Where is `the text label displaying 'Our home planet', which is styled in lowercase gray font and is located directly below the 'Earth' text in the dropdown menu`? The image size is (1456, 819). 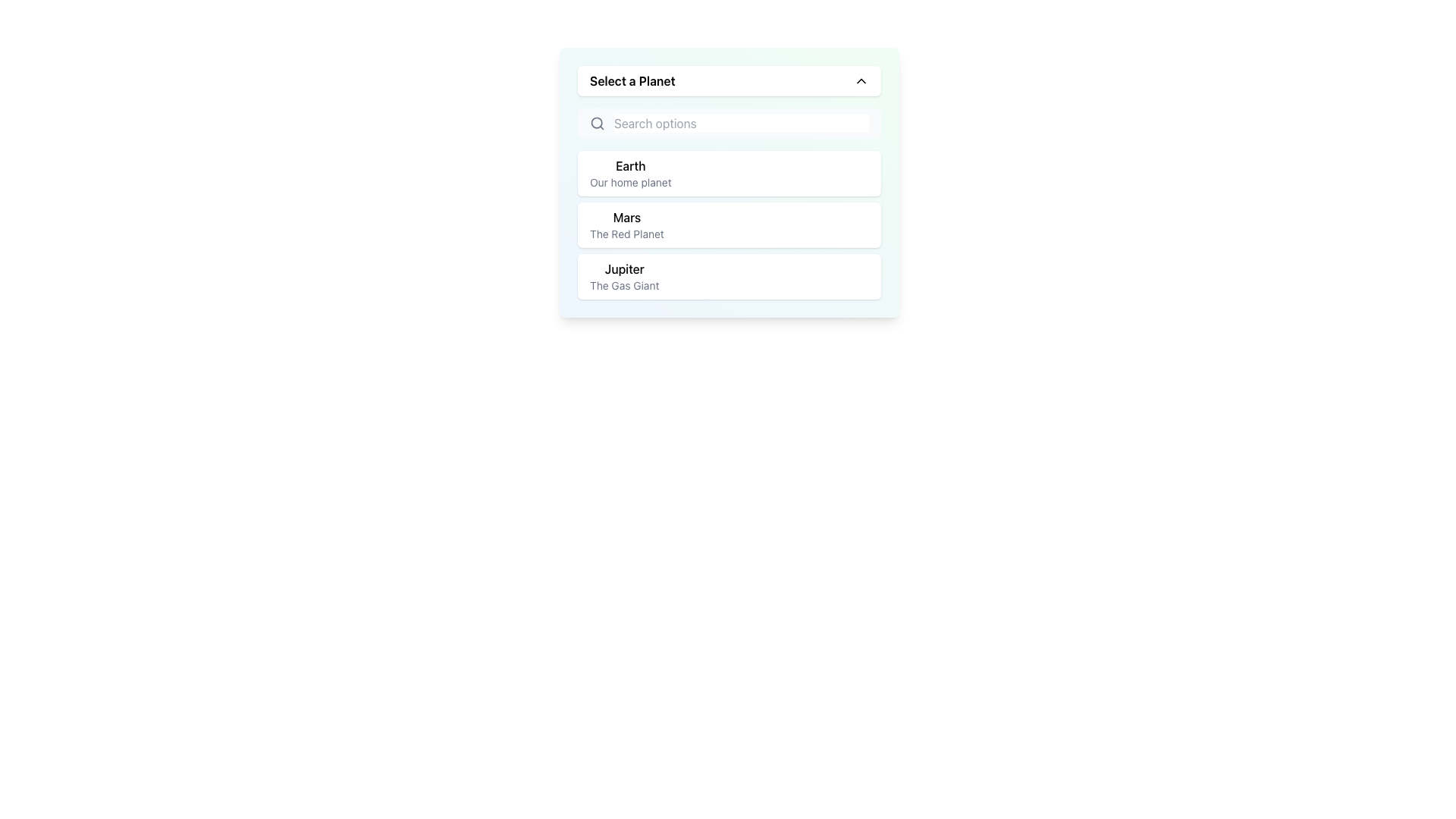
the text label displaying 'Our home planet', which is styled in lowercase gray font and is located directly below the 'Earth' text in the dropdown menu is located at coordinates (630, 181).